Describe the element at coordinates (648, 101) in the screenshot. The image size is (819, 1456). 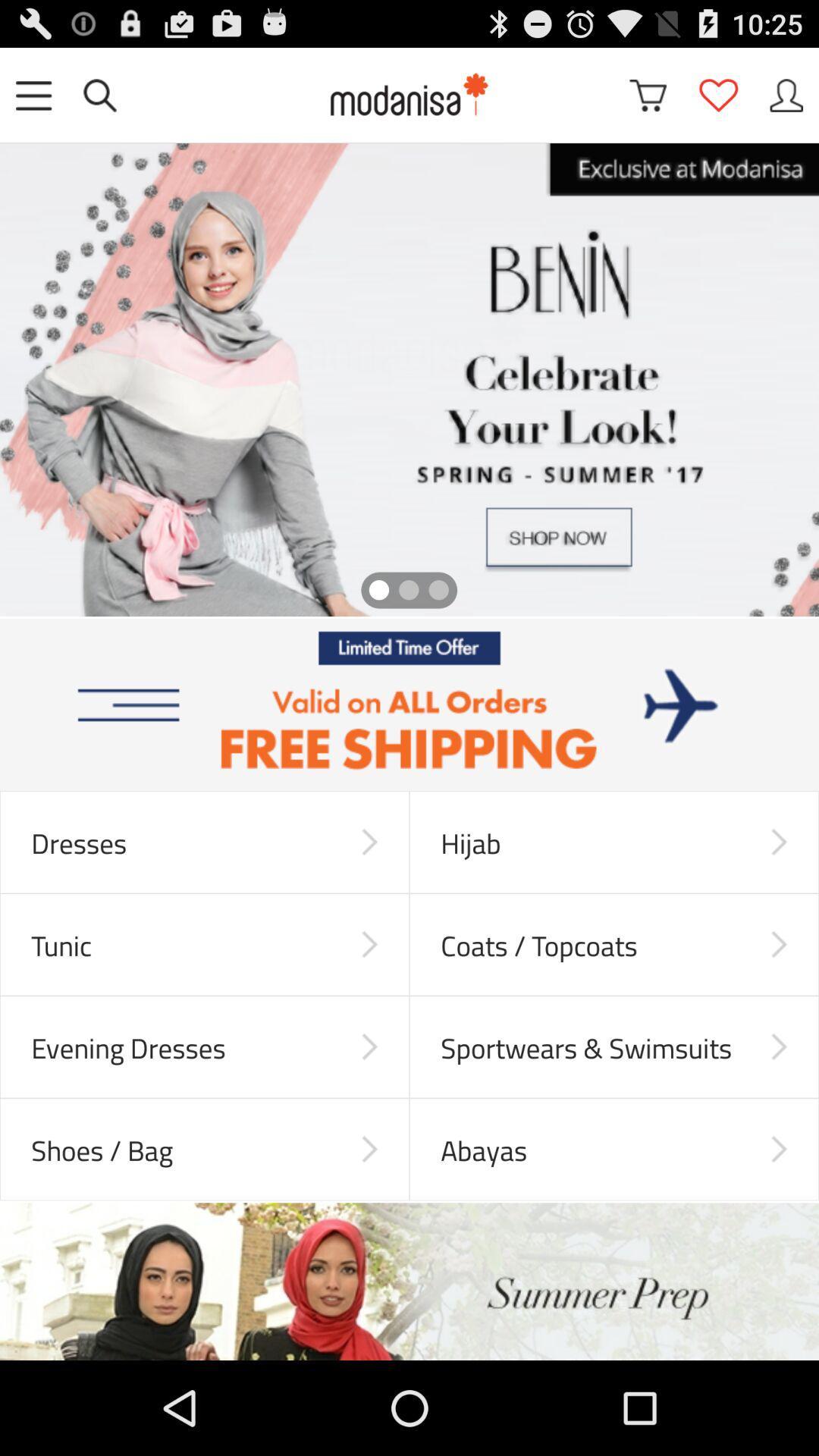
I see `the cart icon` at that location.